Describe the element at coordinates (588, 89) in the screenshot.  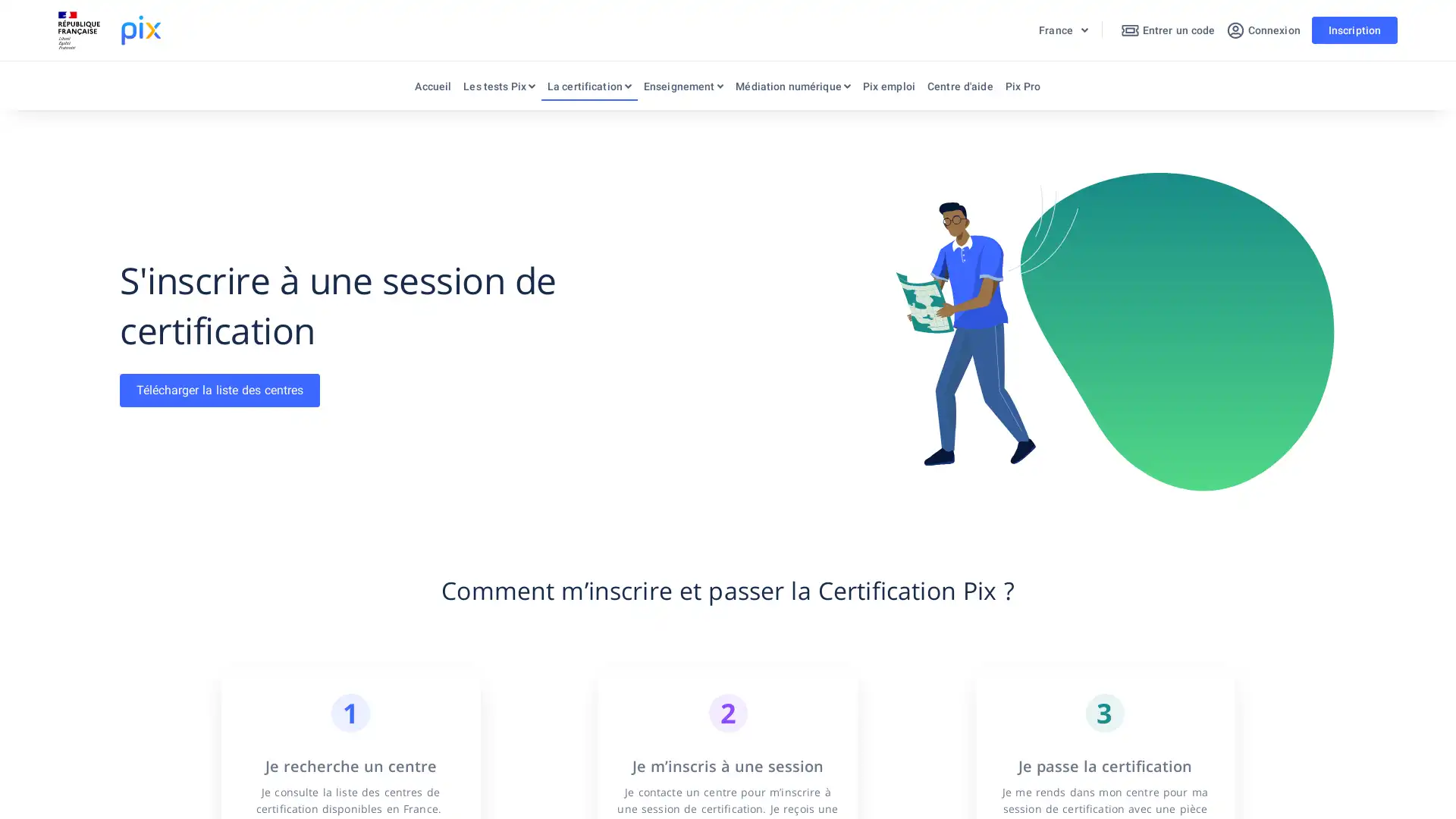
I see `La certification` at that location.